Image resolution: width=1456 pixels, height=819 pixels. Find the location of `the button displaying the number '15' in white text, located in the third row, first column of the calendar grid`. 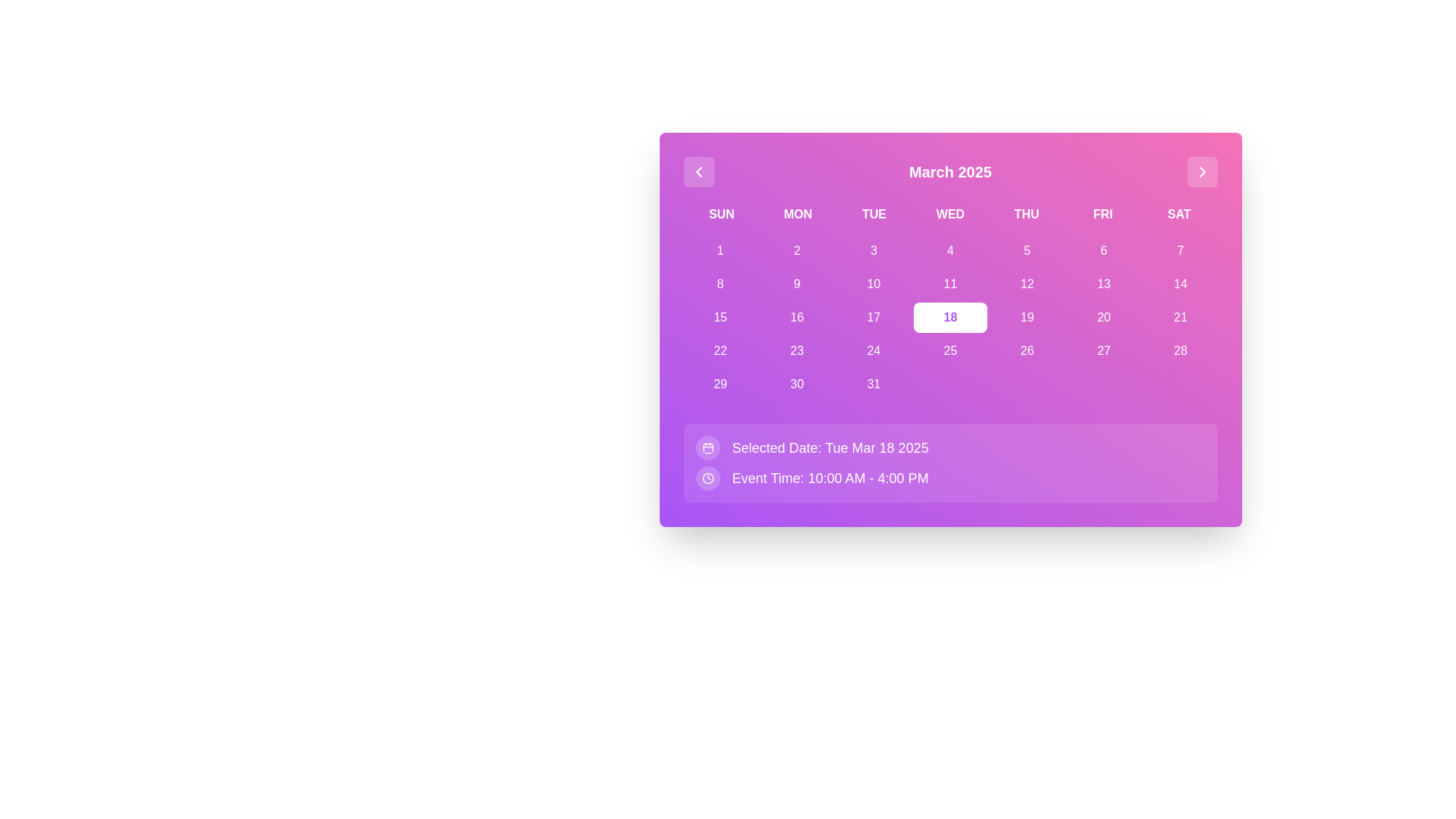

the button displaying the number '15' in white text, located in the third row, first column of the calendar grid is located at coordinates (720, 317).